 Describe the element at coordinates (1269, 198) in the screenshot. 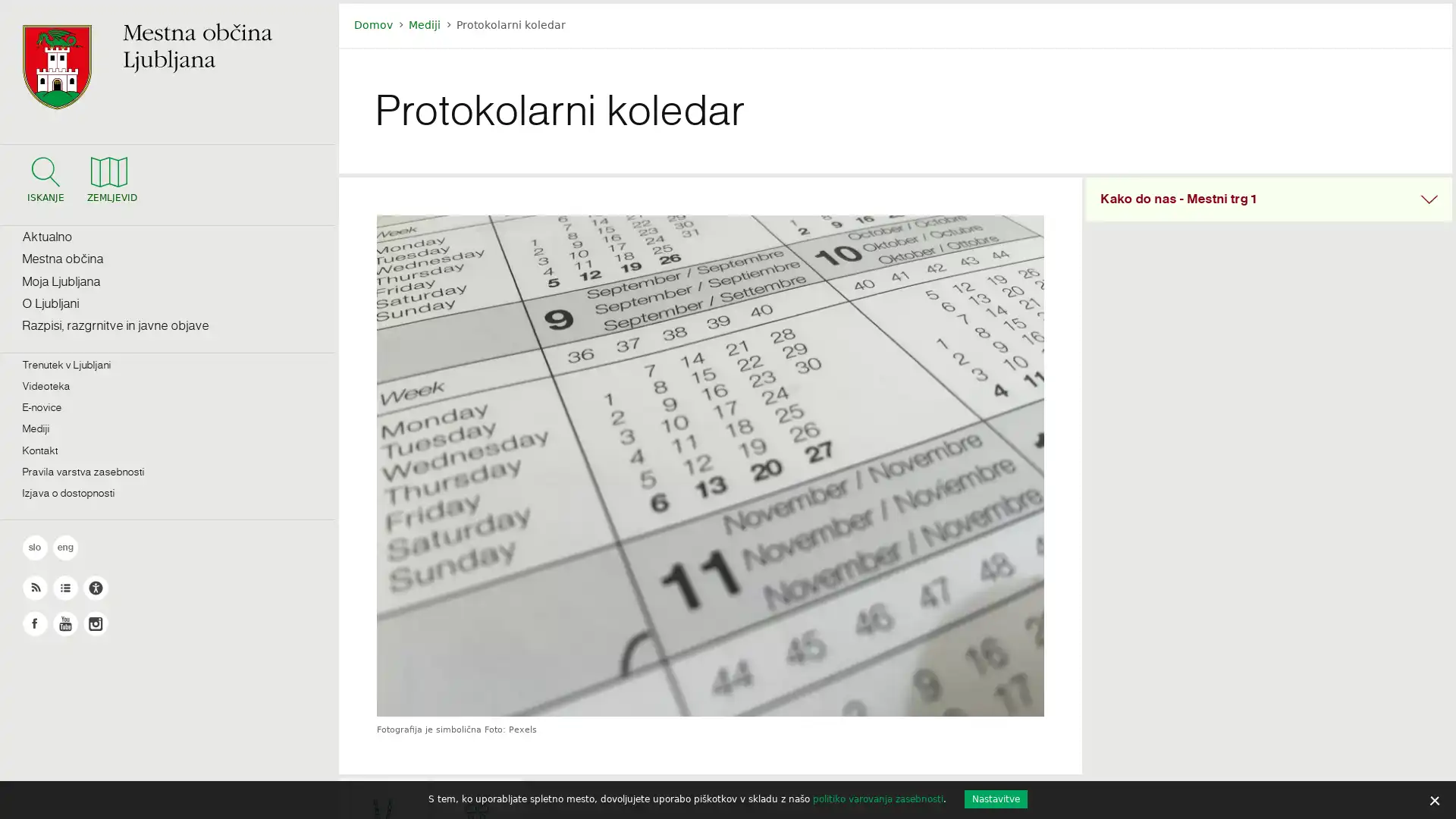

I see `Skrij vsebino` at that location.